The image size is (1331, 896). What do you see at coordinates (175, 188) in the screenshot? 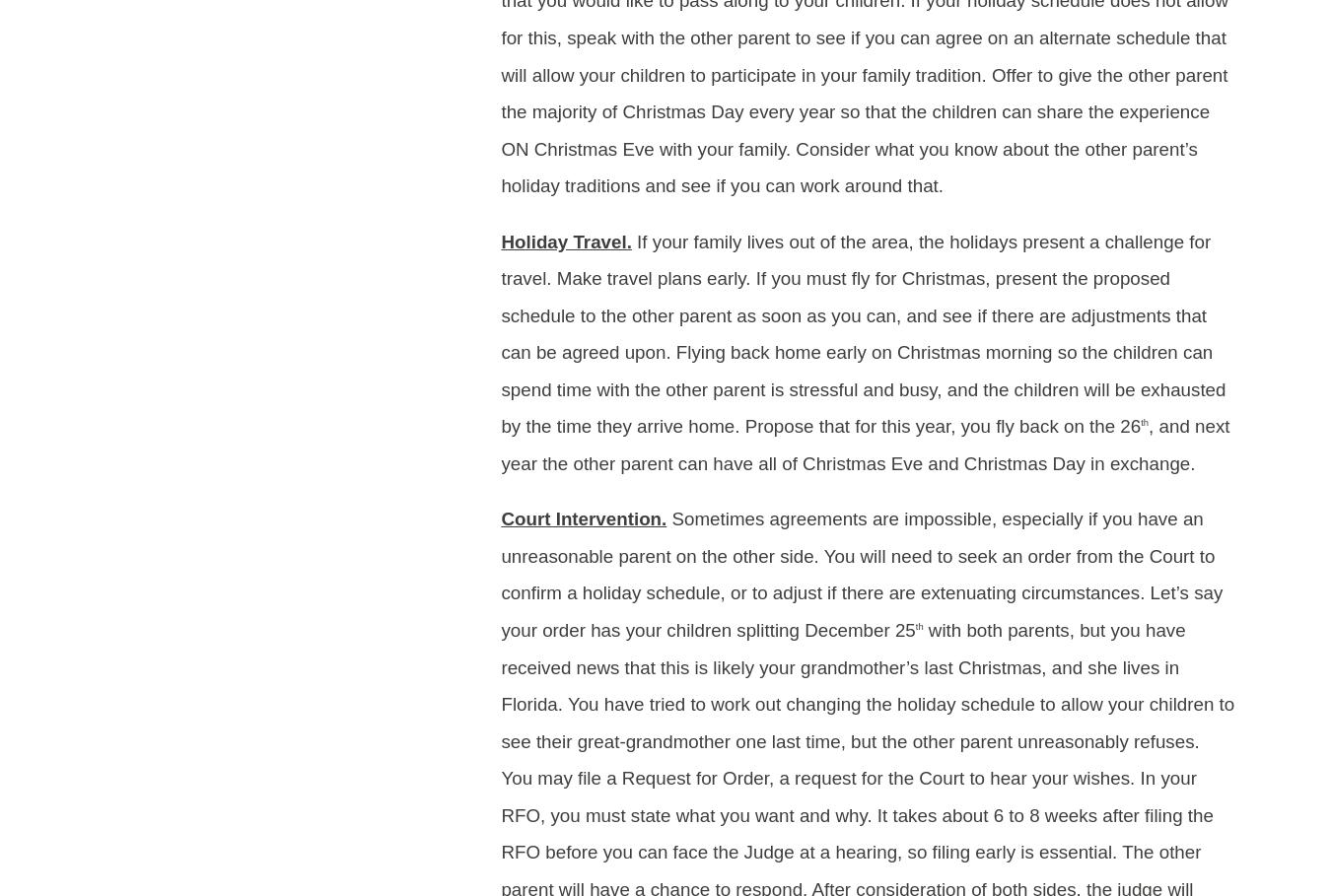
I see `'© 2023 All Rights Reserved.'` at bounding box center [175, 188].